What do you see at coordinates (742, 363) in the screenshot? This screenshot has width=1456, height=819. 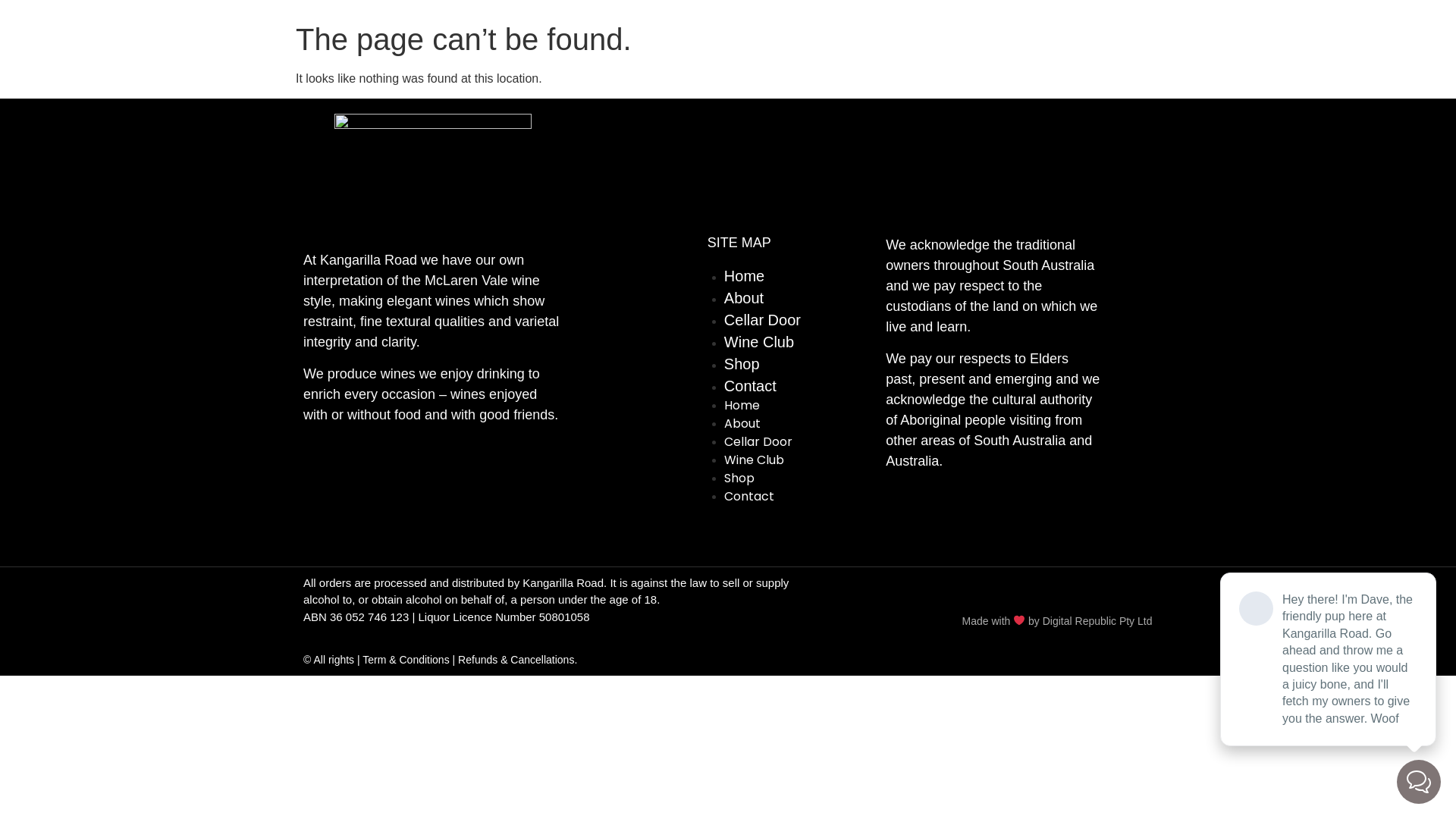 I see `'Shop'` at bounding box center [742, 363].